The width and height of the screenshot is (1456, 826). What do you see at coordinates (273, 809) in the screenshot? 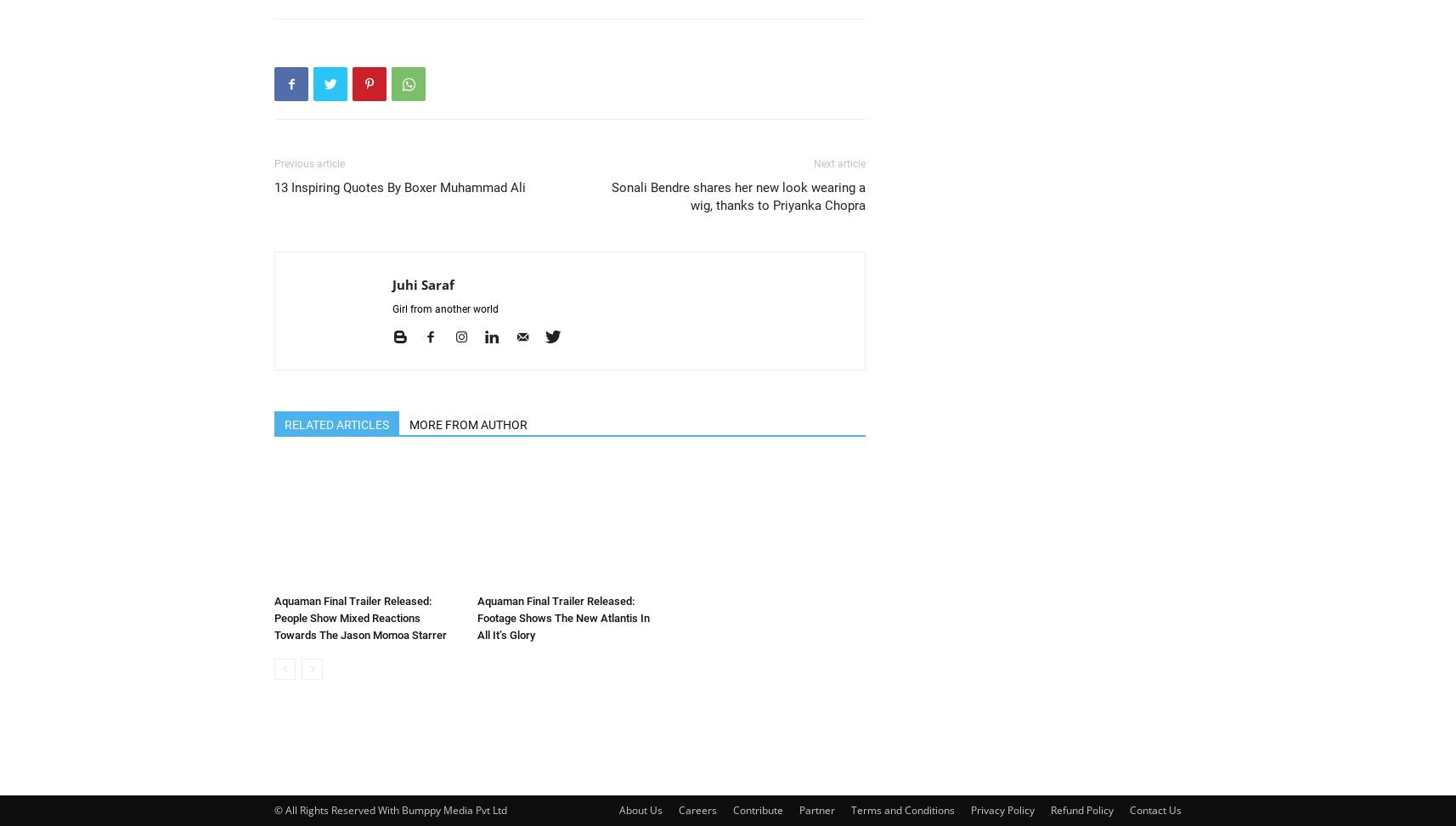
I see `'© All Rights Reserved With Bumppy Media Pvt Ltd'` at bounding box center [273, 809].